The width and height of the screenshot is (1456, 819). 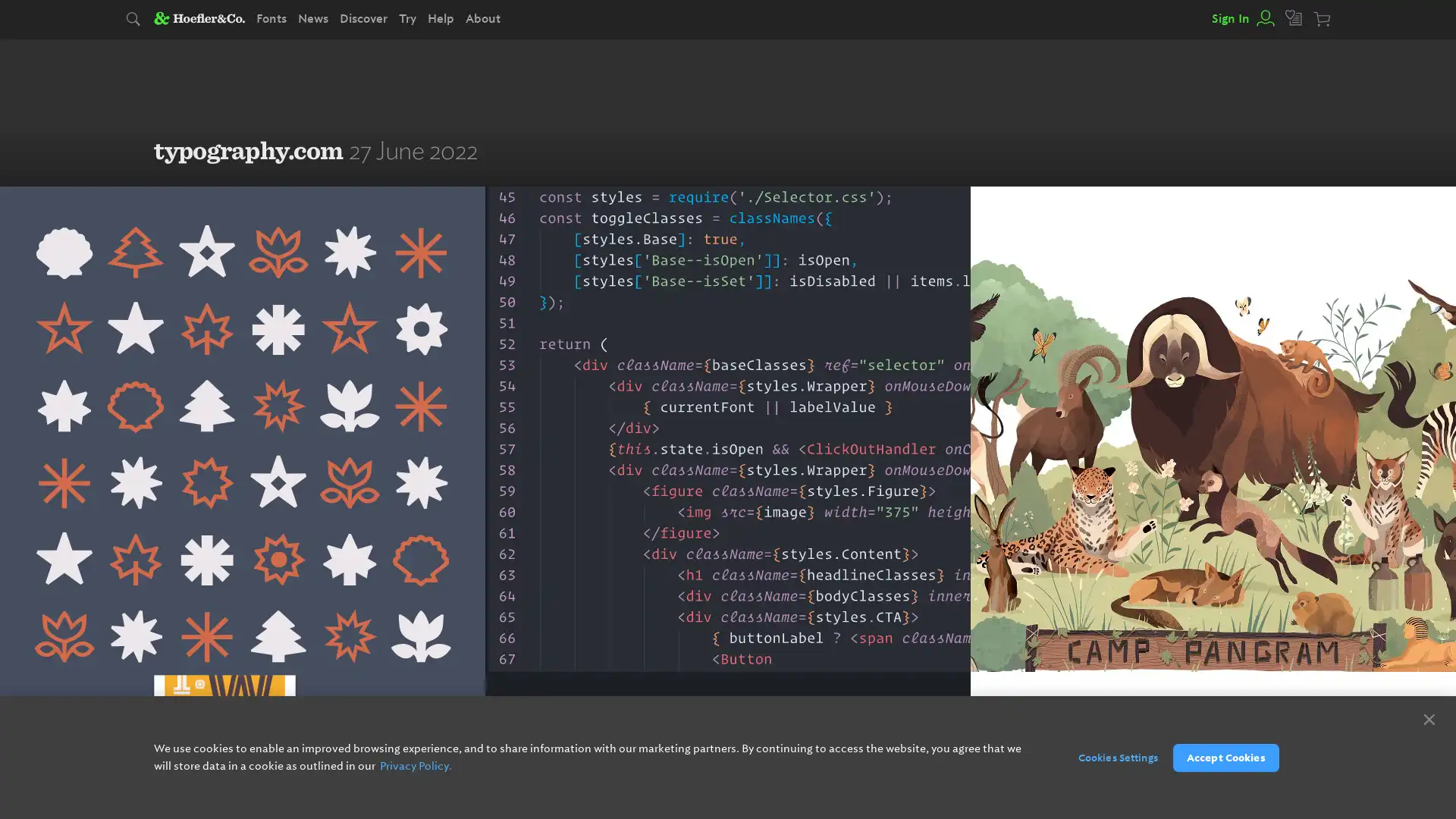 What do you see at coordinates (134, 20) in the screenshot?
I see `Search typography.com` at bounding box center [134, 20].